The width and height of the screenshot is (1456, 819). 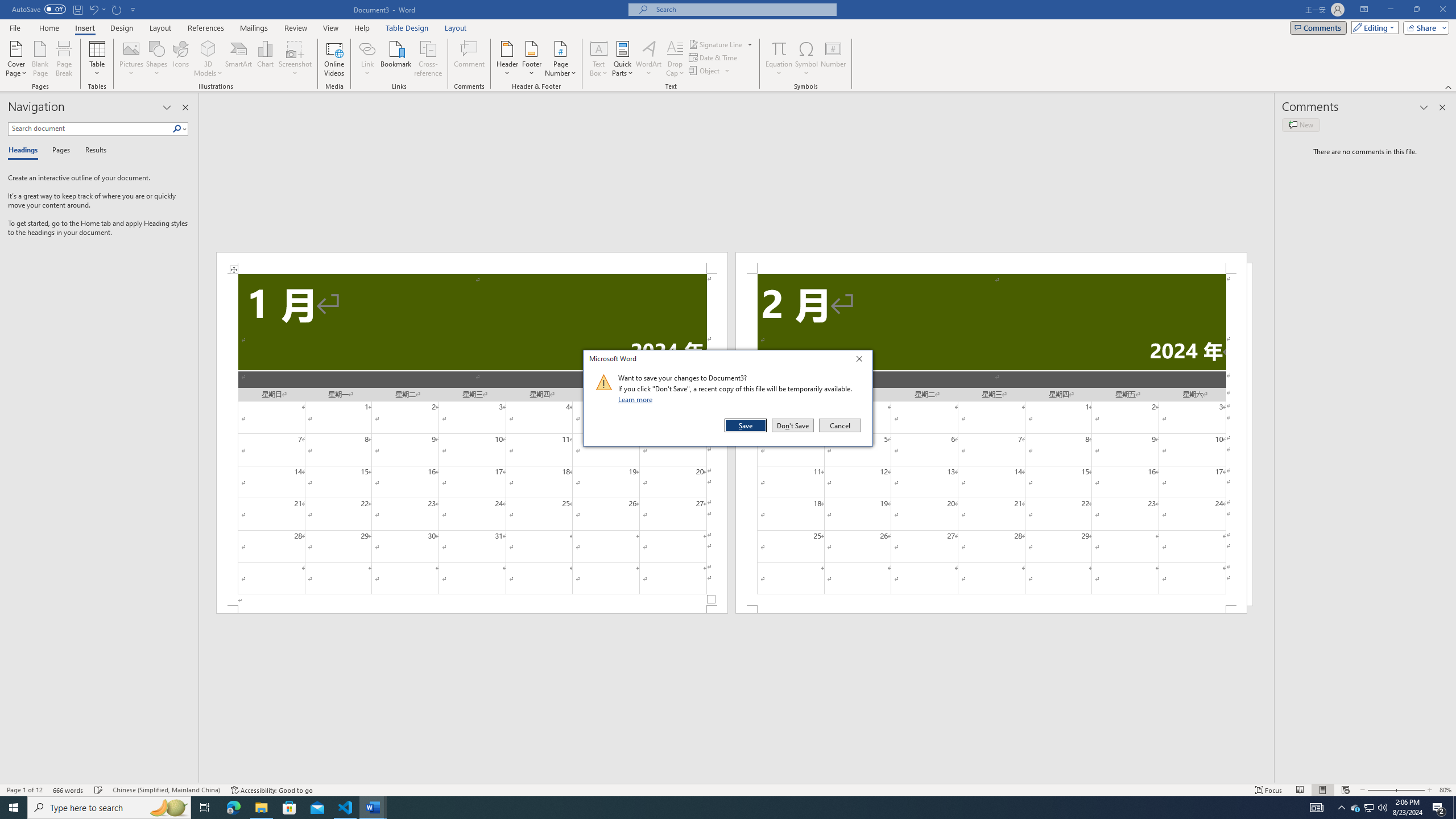 I want to click on 'Quick Parts', so click(x=622, y=59).